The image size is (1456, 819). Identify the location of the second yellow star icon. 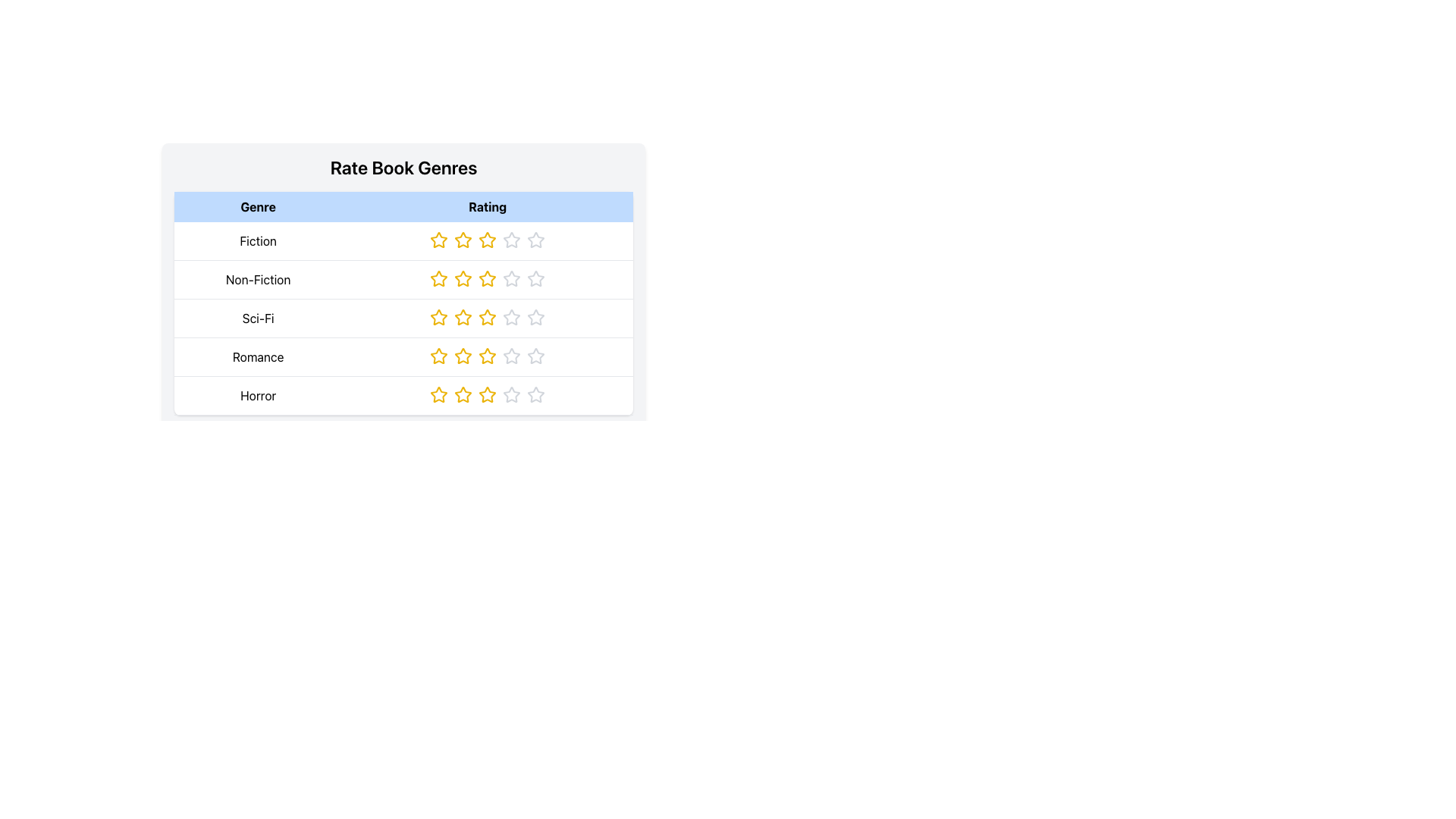
(463, 239).